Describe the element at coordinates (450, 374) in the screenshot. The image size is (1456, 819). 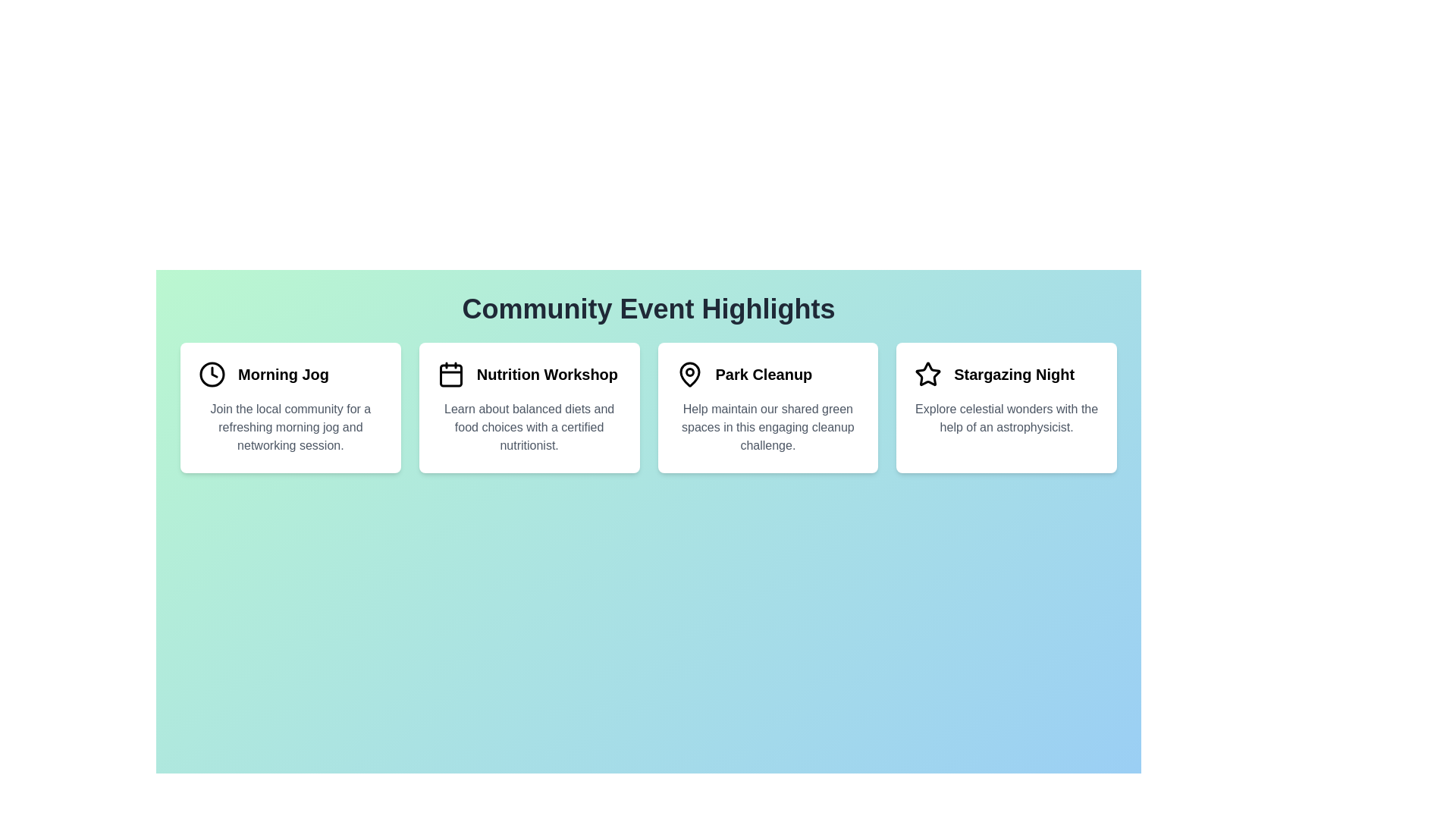
I see `the calendar SVG icon located at the upper-left corner of the 'Nutrition Workshop' event card, which signifies scheduling or event-related information` at that location.